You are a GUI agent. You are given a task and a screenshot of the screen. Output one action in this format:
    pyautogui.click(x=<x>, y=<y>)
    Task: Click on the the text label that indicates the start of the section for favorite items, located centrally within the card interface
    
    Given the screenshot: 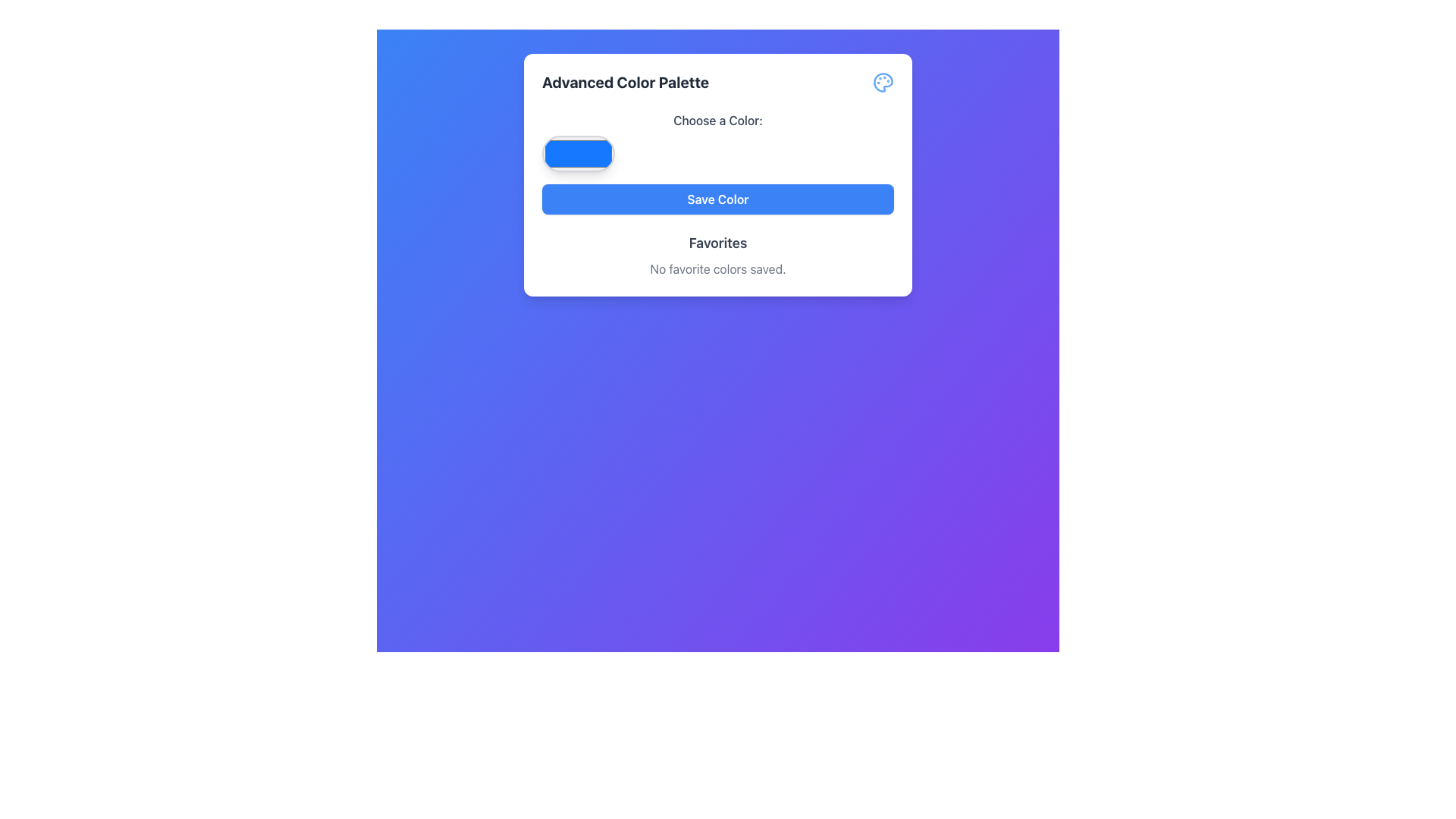 What is the action you would take?
    pyautogui.click(x=717, y=242)
    